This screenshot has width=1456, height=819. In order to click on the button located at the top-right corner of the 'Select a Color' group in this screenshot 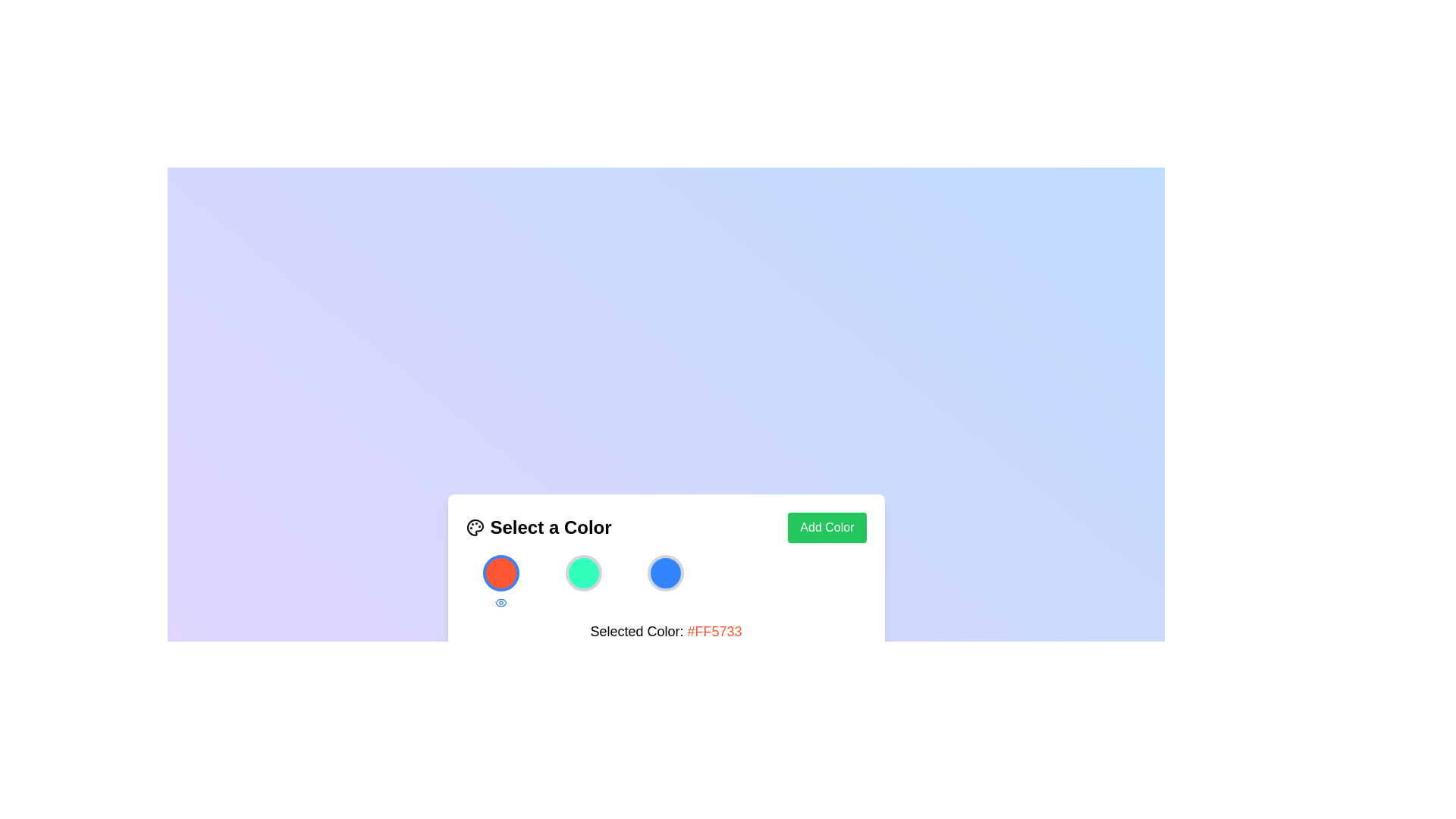, I will do `click(826, 526)`.